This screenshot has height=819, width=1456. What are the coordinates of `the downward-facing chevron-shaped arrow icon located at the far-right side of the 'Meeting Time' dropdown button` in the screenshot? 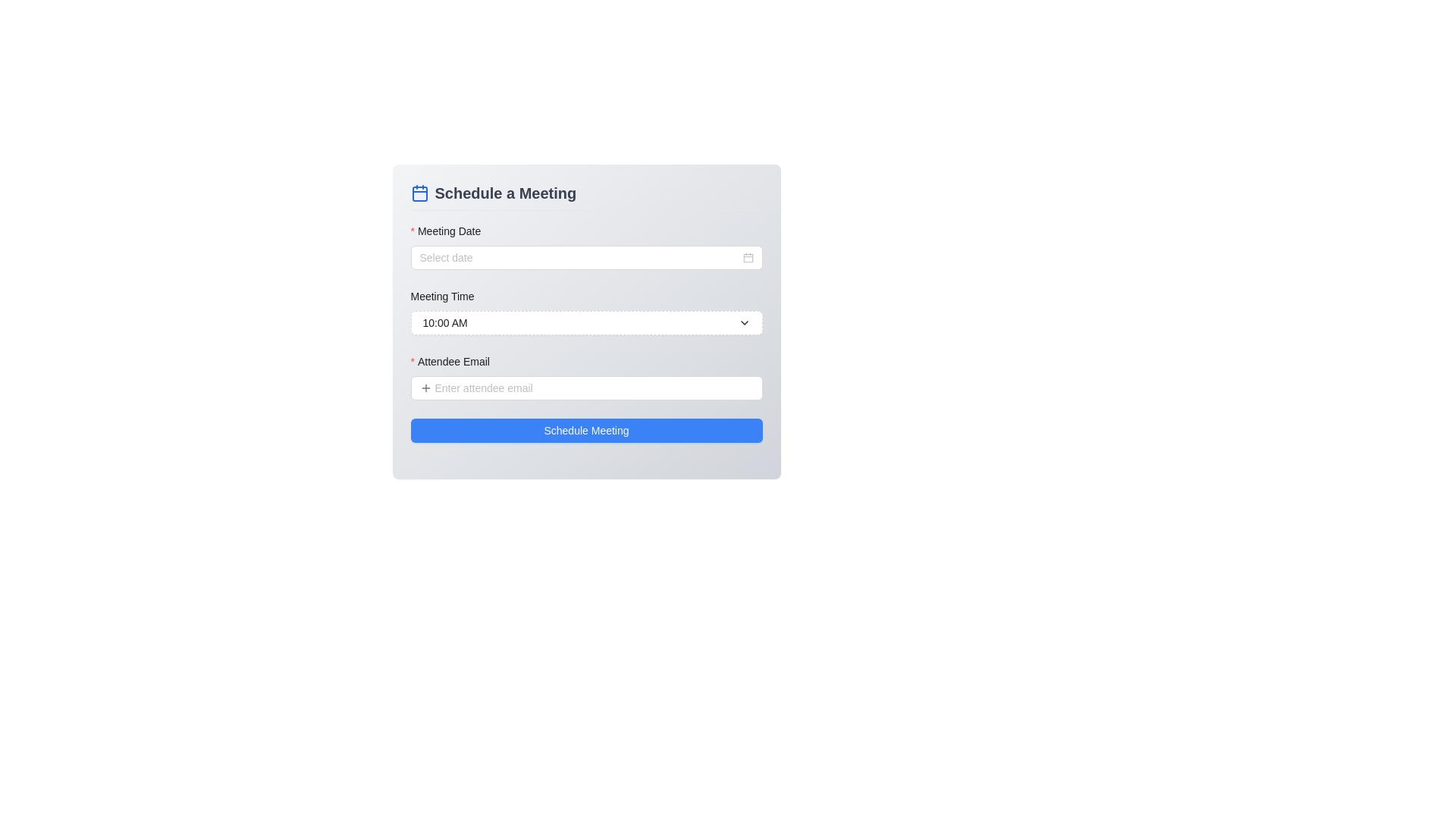 It's located at (744, 322).